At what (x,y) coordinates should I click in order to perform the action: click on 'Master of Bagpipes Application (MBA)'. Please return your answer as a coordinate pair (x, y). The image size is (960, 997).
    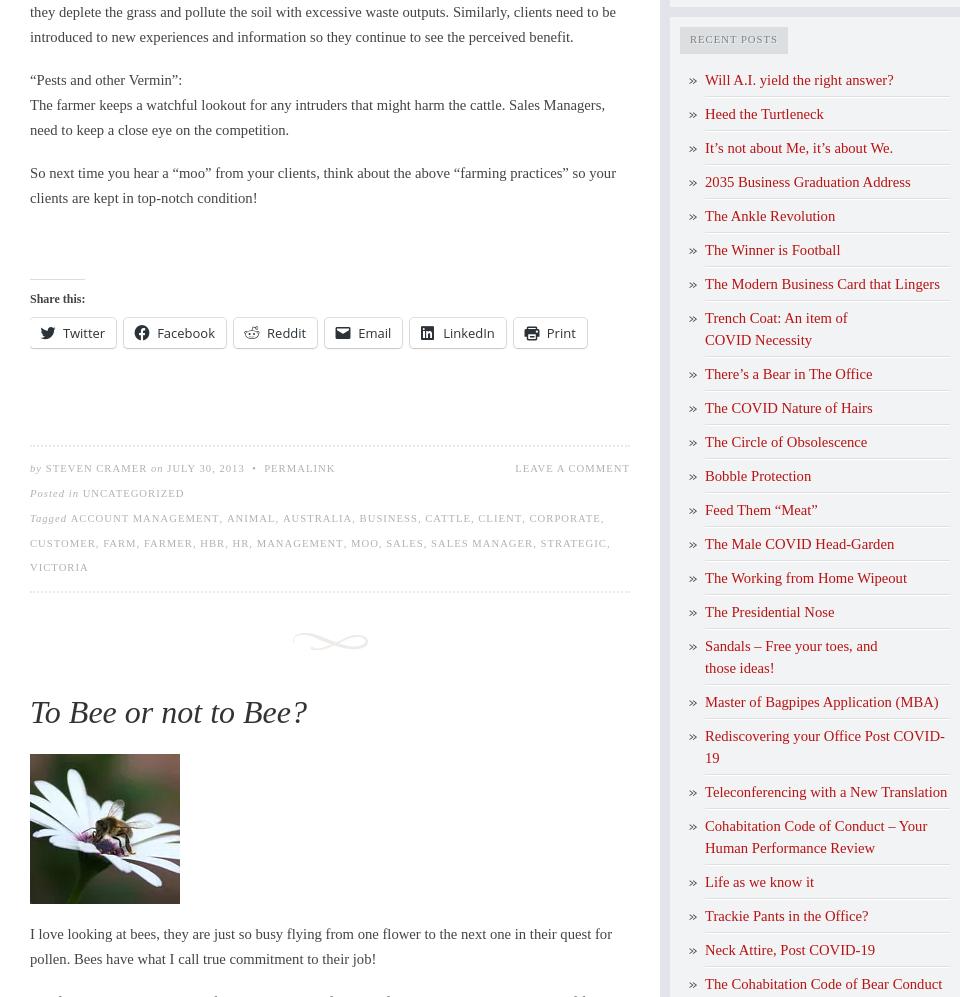
    Looking at the image, I should click on (821, 699).